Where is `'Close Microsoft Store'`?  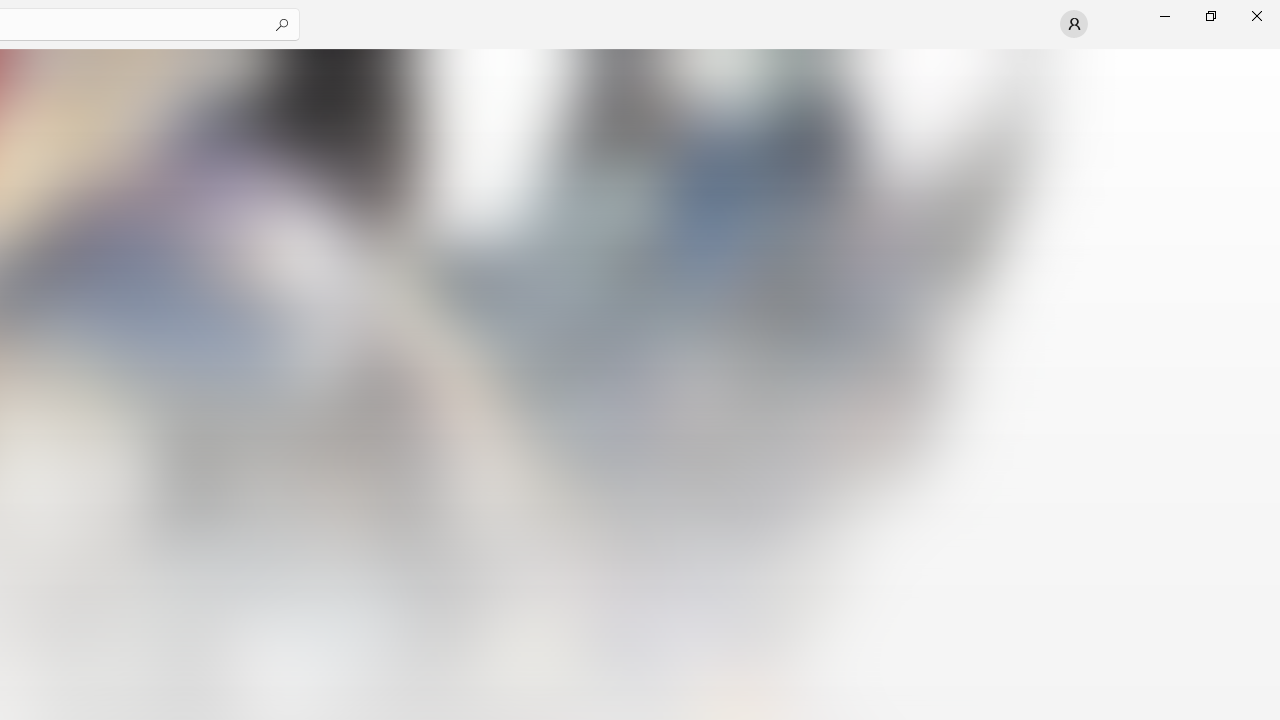
'Close Microsoft Store' is located at coordinates (1255, 15).